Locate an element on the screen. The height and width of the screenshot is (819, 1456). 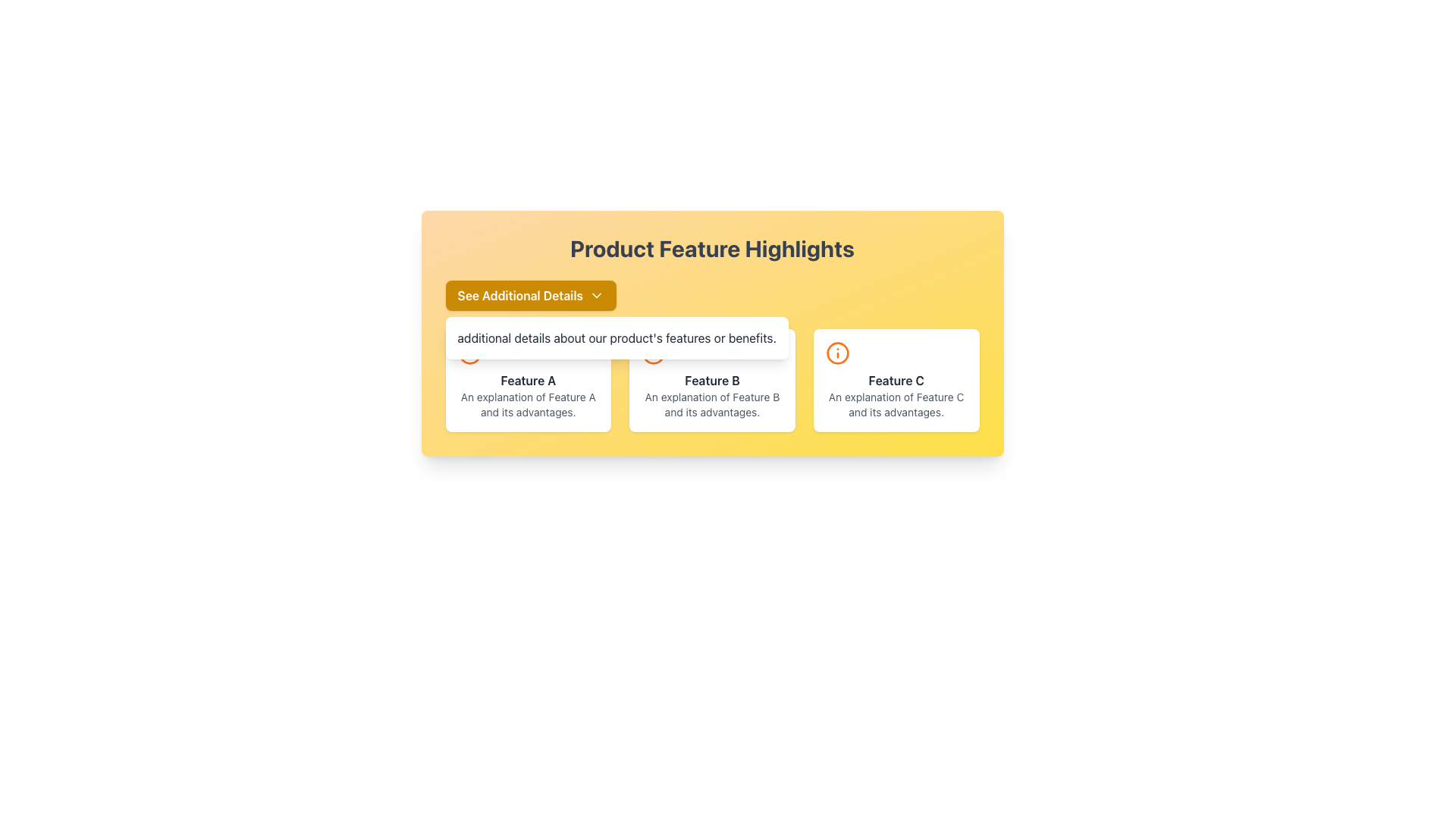
the circular orange outlined information icon located above the text 'Feature C' is located at coordinates (836, 353).